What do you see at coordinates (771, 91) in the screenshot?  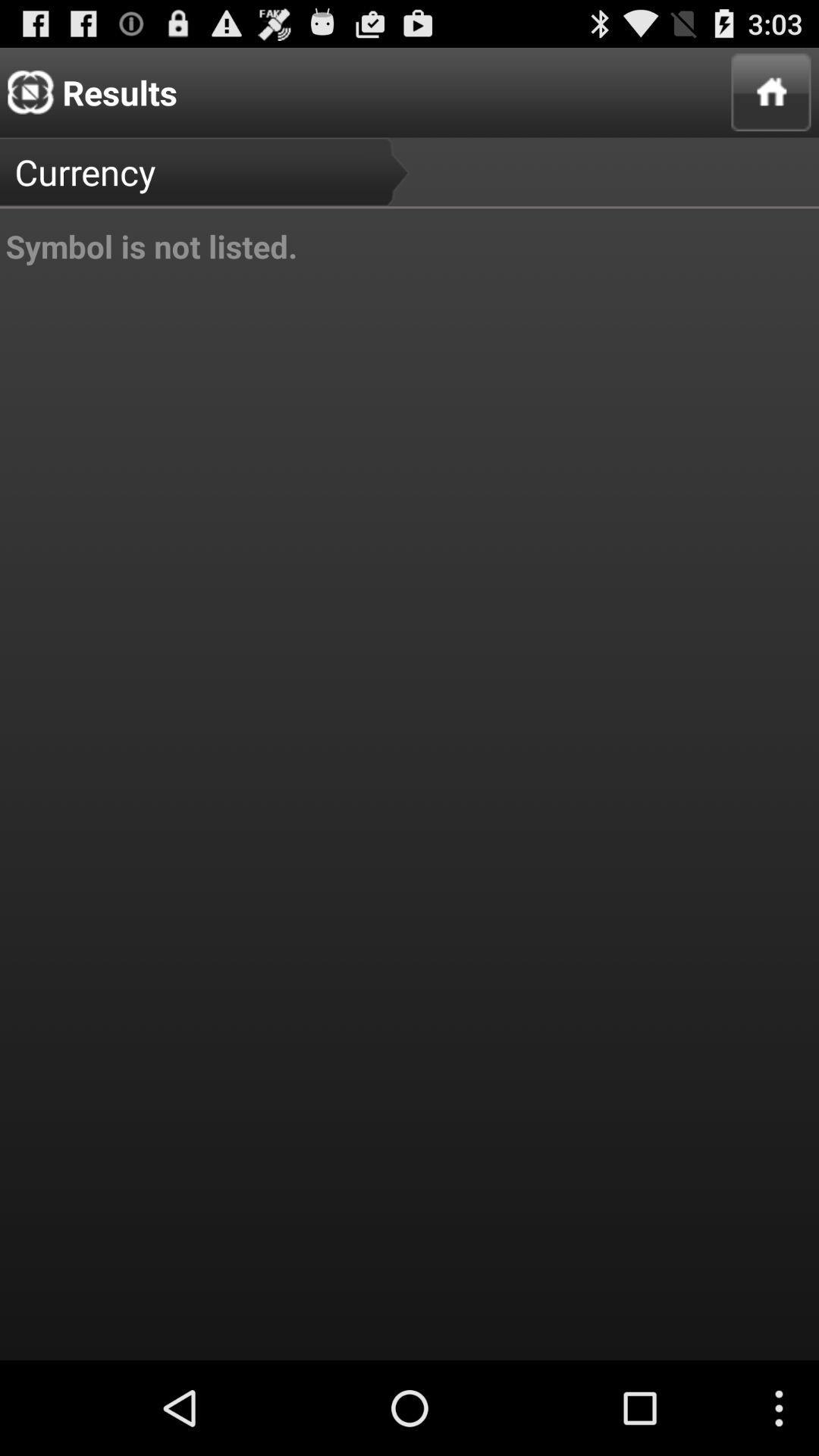 I see `icon at the top right corner` at bounding box center [771, 91].